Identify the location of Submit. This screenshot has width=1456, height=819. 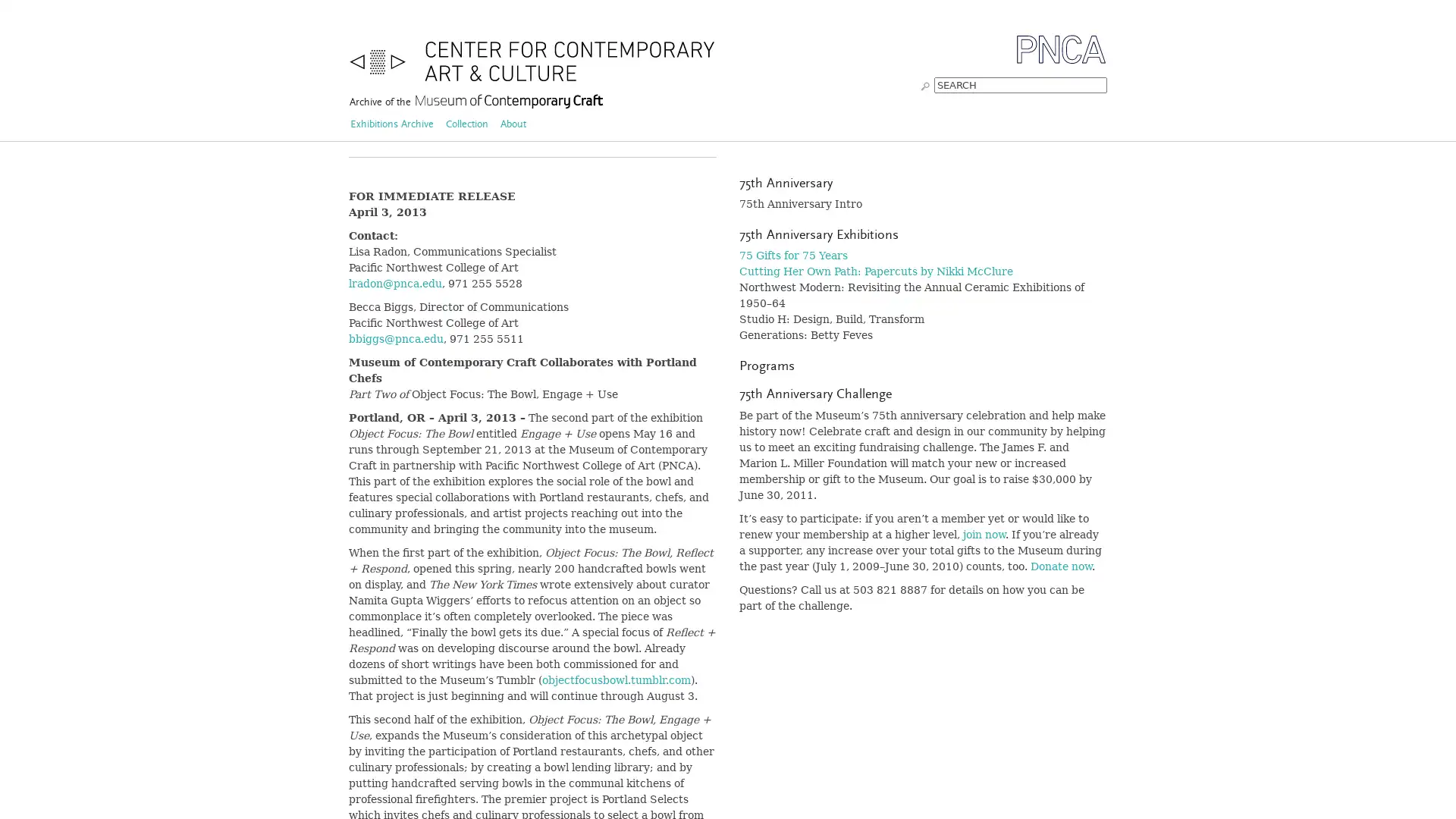
(924, 84).